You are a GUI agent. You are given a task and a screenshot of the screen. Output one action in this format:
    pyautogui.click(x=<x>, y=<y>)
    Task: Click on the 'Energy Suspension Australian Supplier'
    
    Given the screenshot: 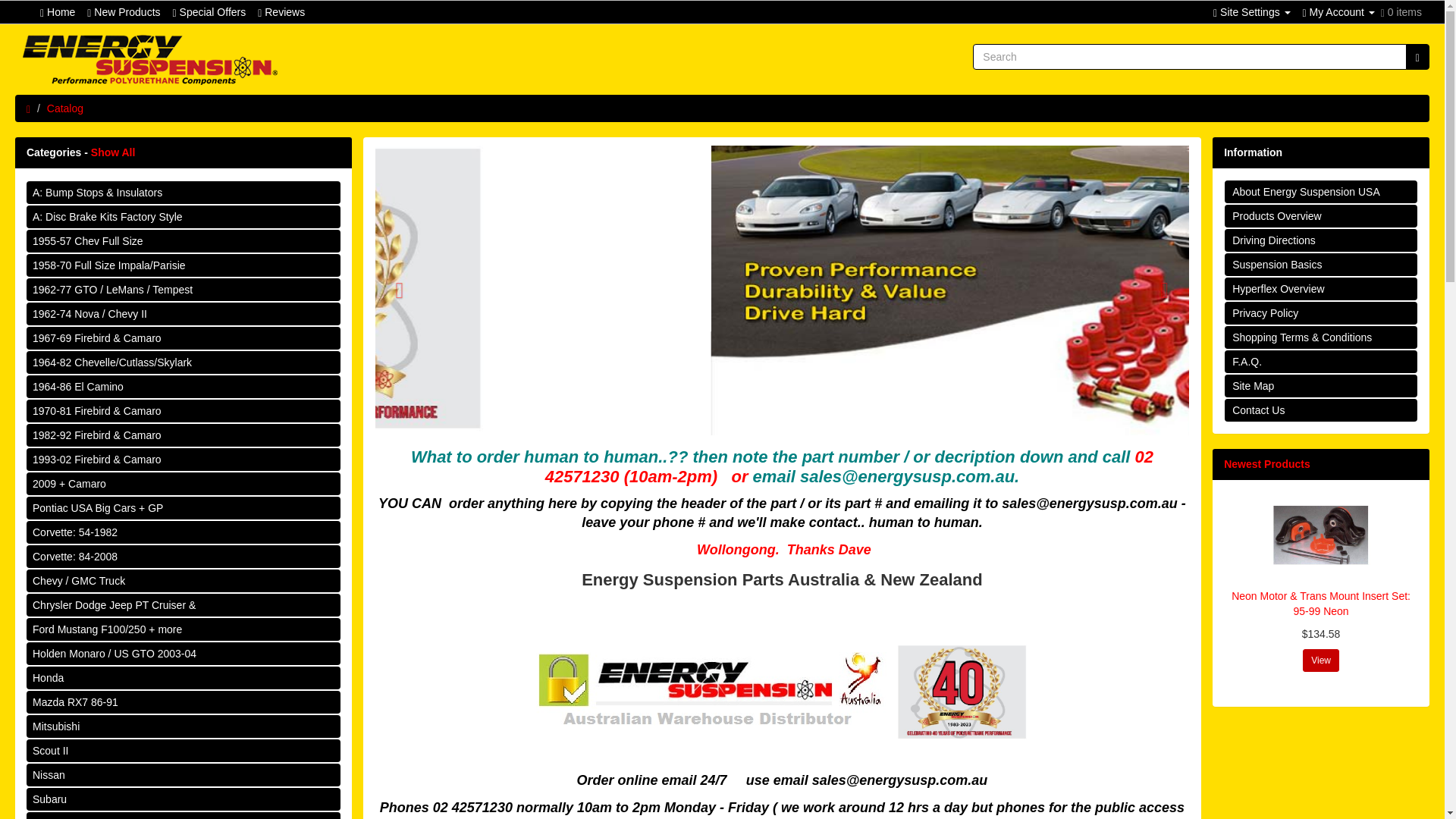 What is the action you would take?
    pyautogui.click(x=149, y=58)
    